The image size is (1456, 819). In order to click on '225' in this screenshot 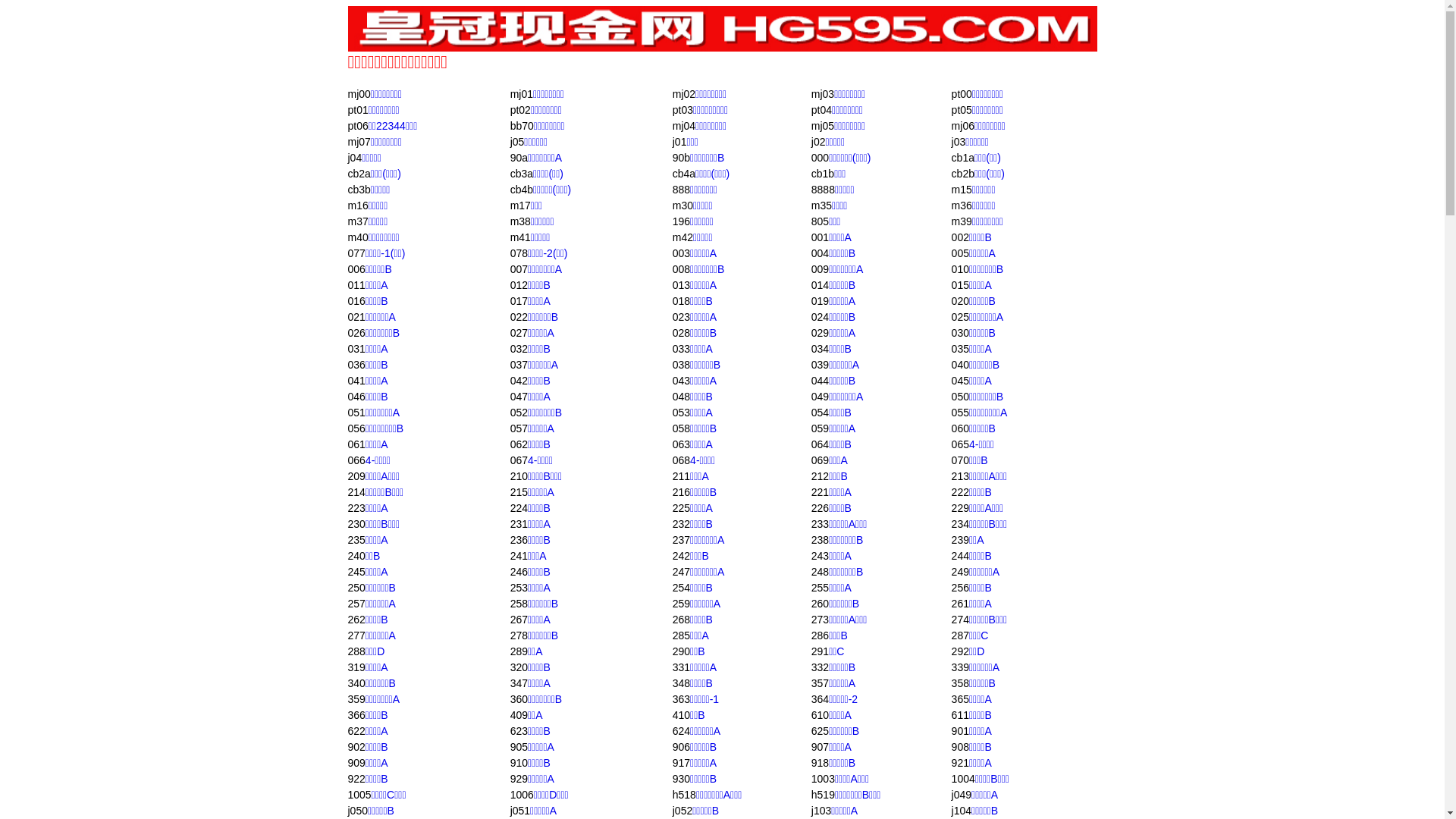, I will do `click(680, 508)`.